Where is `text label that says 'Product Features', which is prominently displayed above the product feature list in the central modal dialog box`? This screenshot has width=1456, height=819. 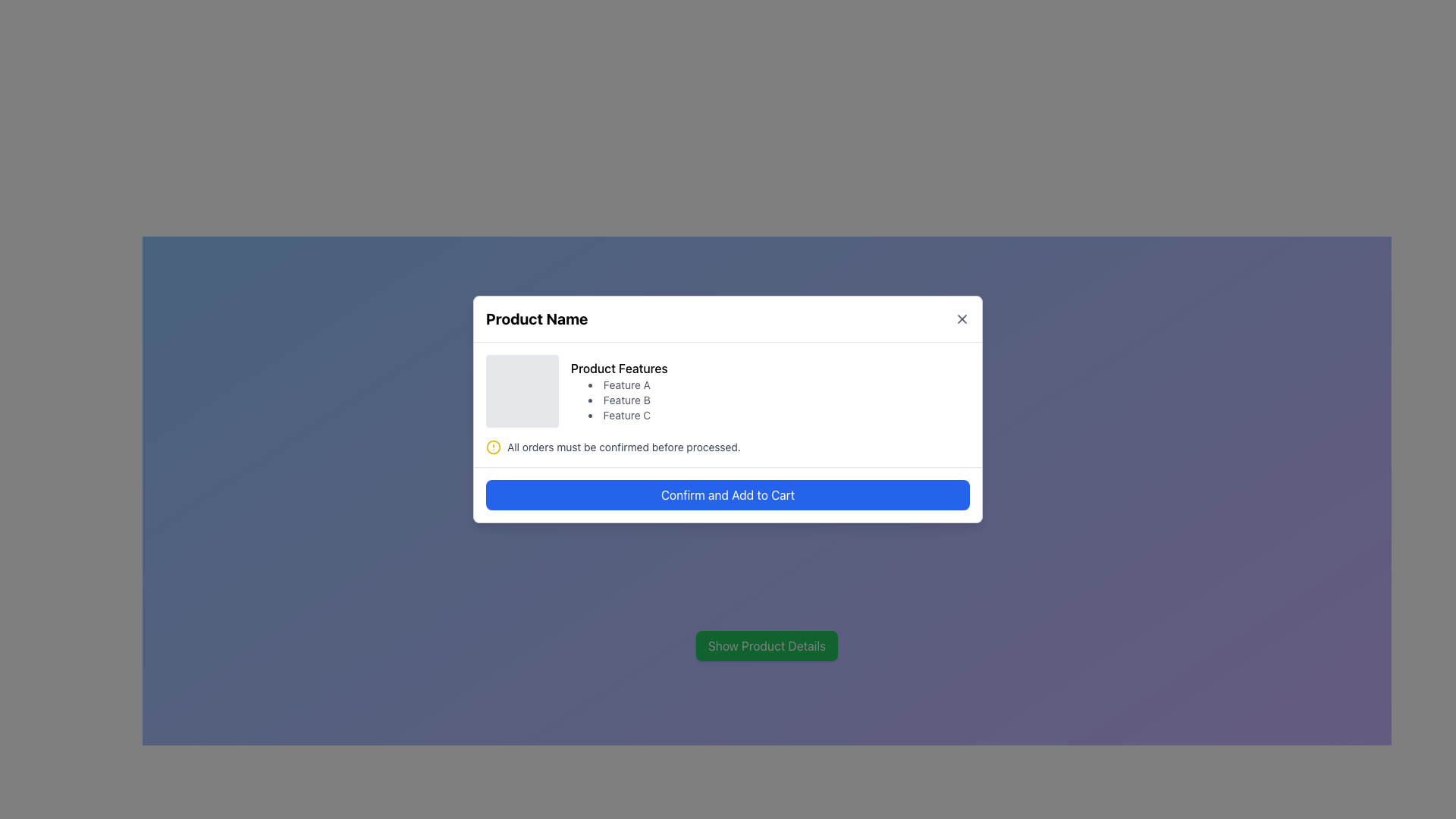 text label that says 'Product Features', which is prominently displayed above the product feature list in the central modal dialog box is located at coordinates (619, 369).